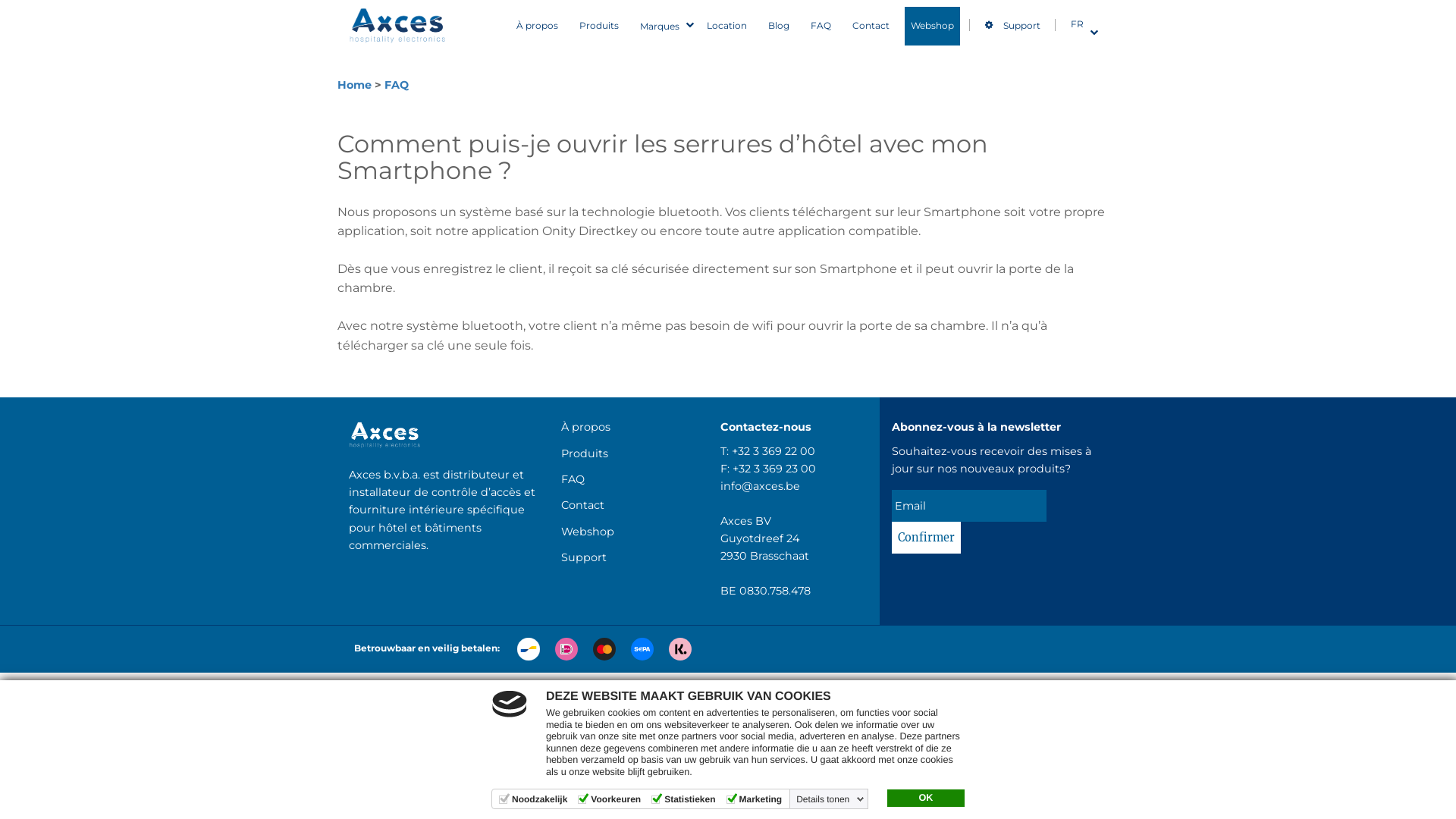 The image size is (1456, 819). I want to click on 'Confirmer', so click(925, 537).